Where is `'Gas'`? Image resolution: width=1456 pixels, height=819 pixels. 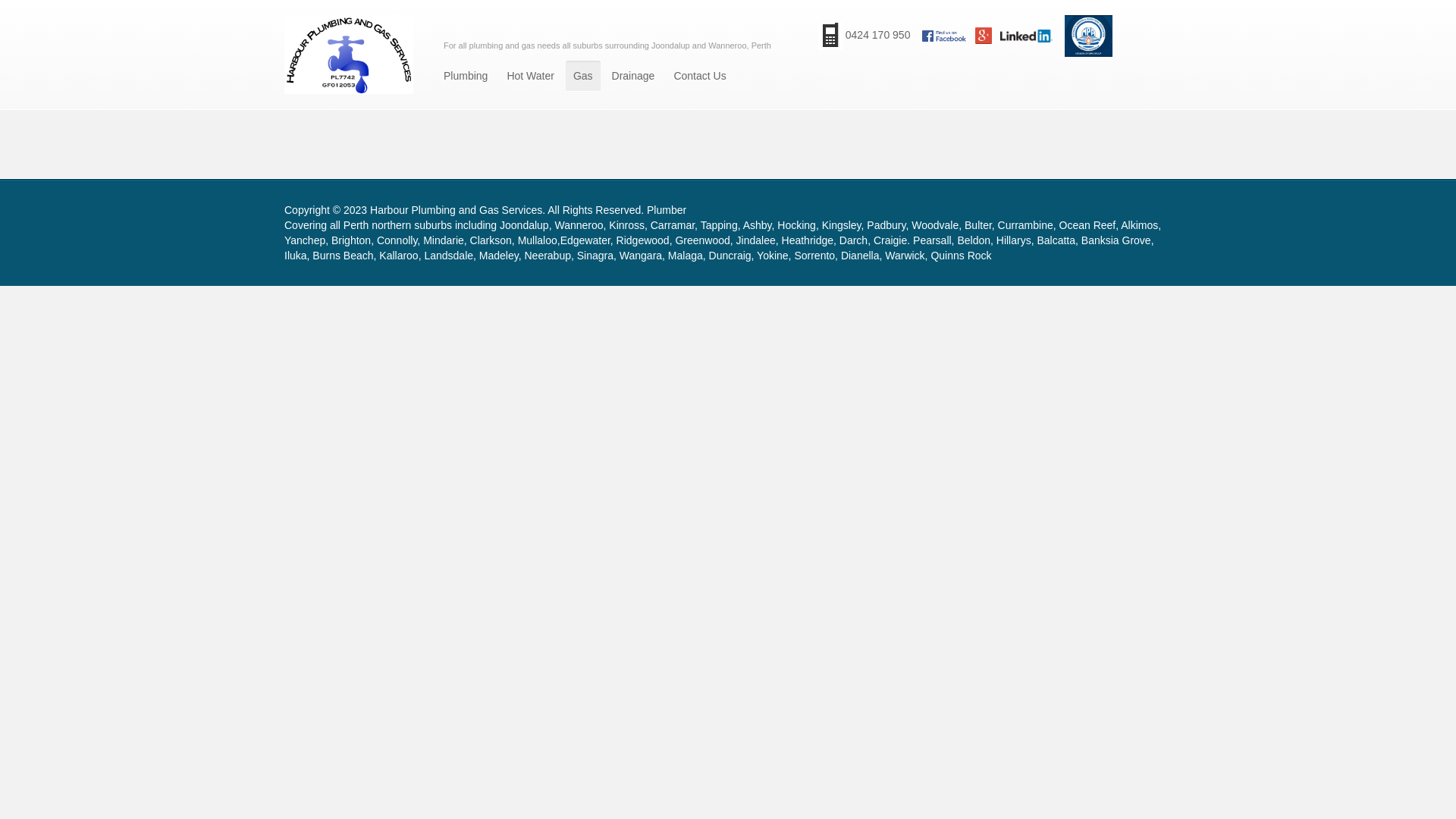 'Gas' is located at coordinates (582, 76).